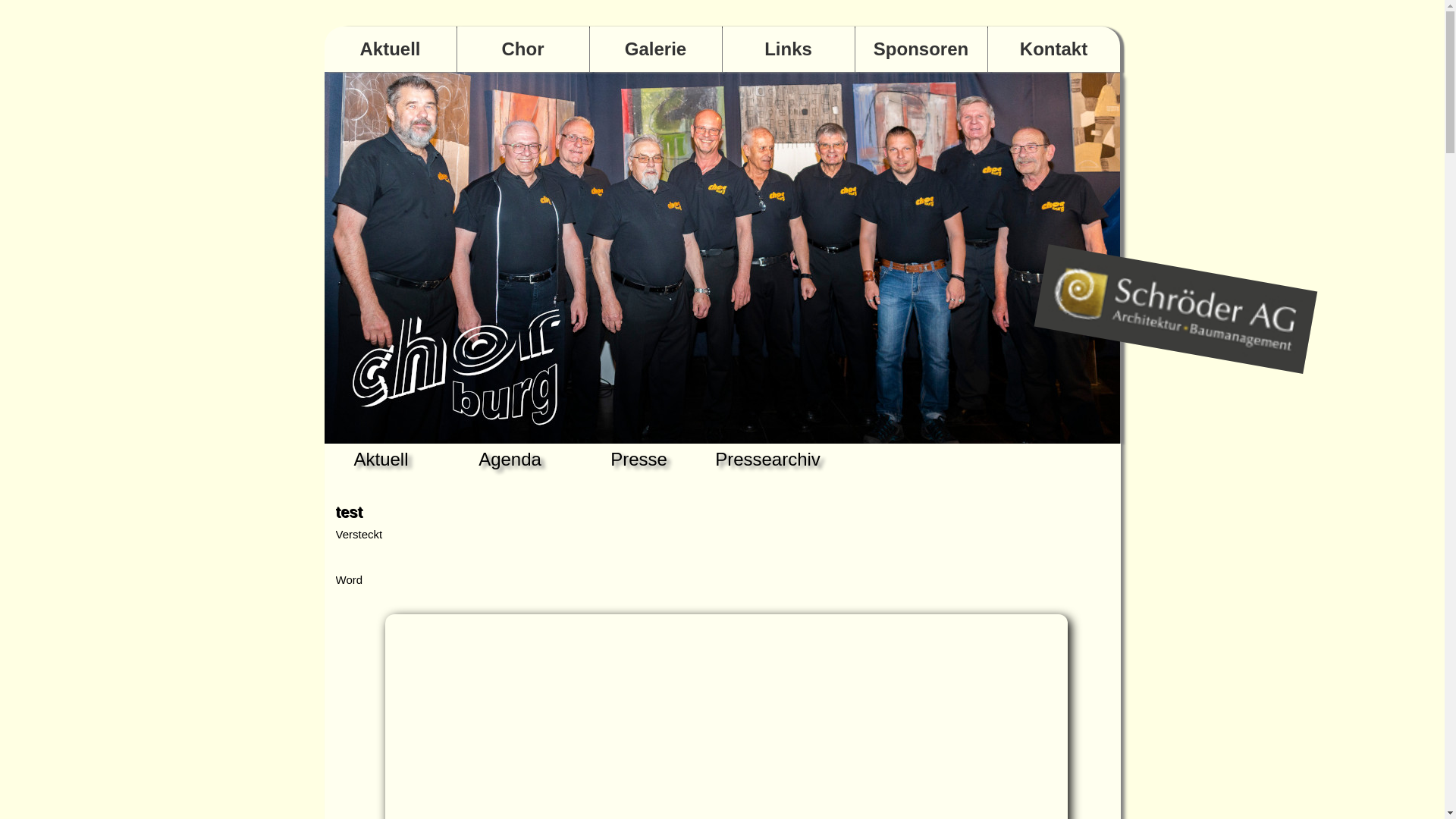  What do you see at coordinates (655, 49) in the screenshot?
I see `'Galerie'` at bounding box center [655, 49].